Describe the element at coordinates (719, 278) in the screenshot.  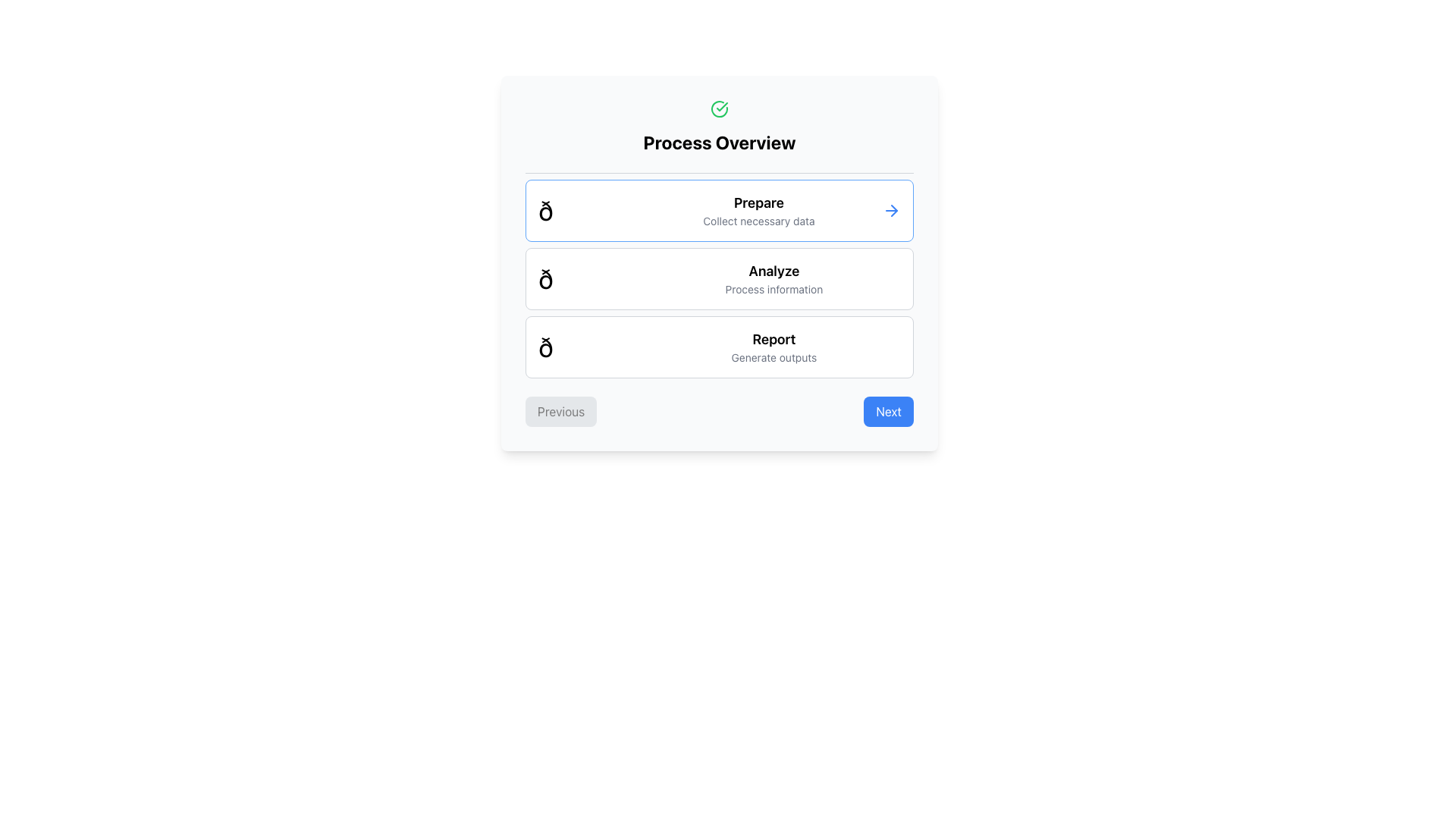
I see `the 'Analyze' Informational card in the Process Overview` at that location.